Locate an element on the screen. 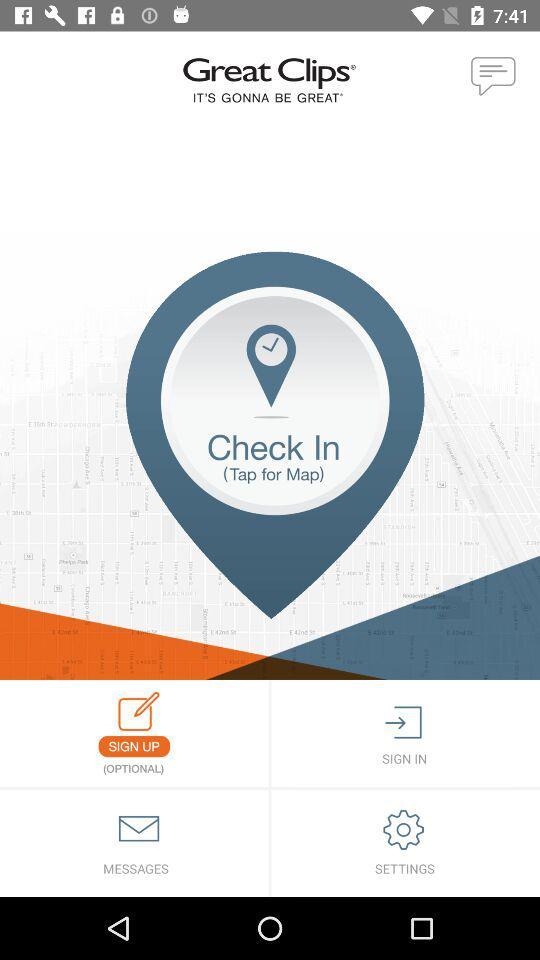  sign in is located at coordinates (405, 732).